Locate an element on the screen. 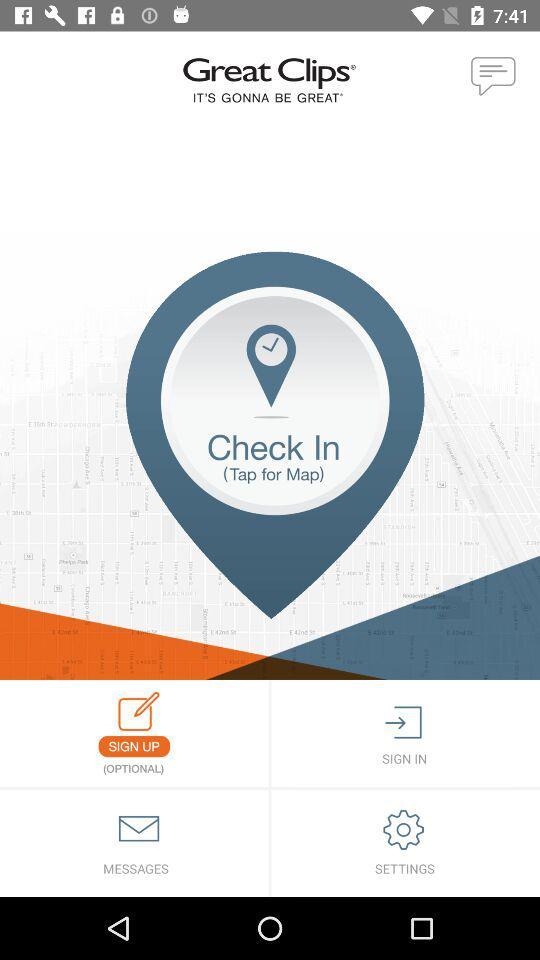  sign in is located at coordinates (405, 732).